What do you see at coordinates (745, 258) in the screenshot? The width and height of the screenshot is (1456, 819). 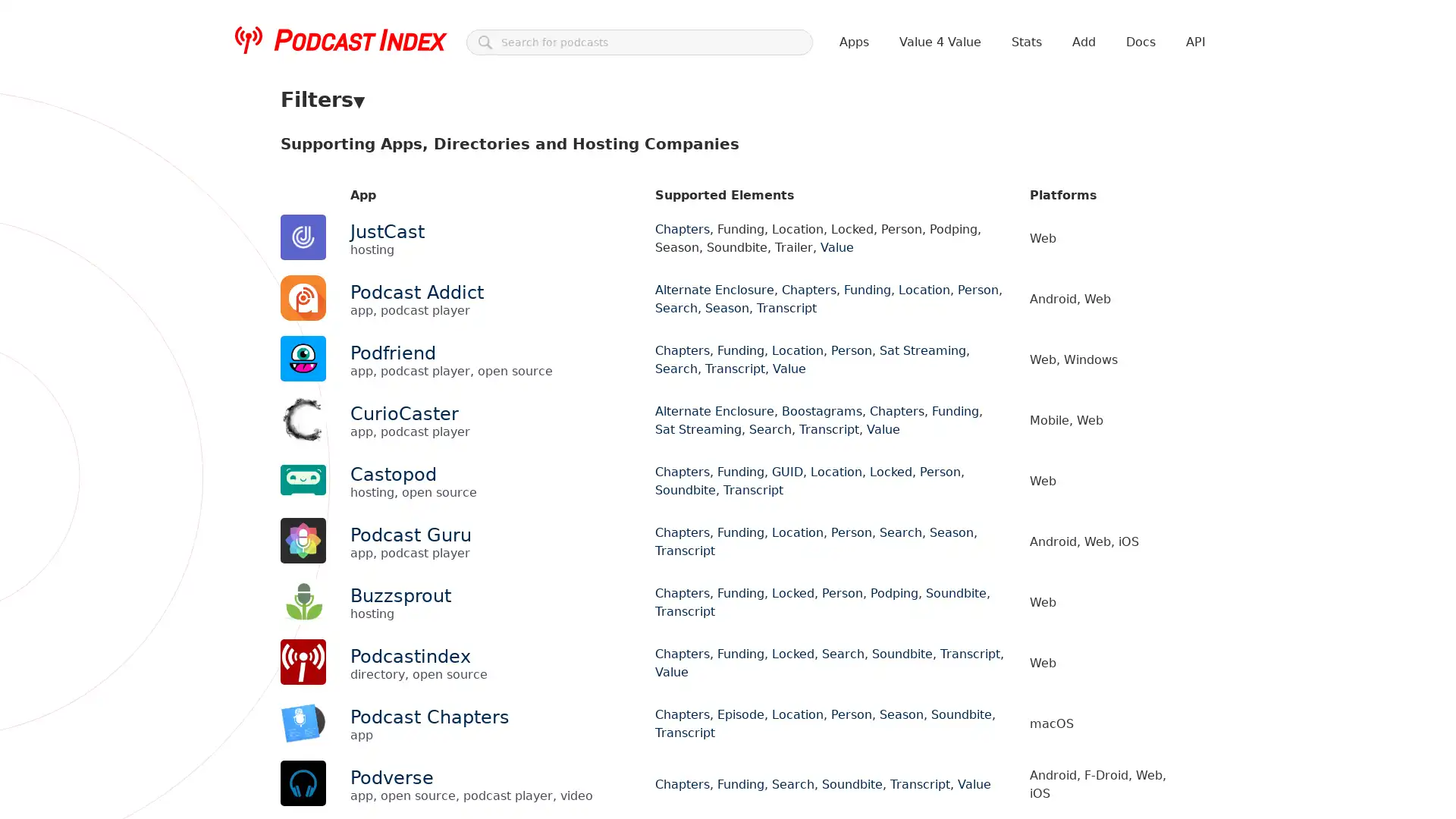 I see `Value` at bounding box center [745, 258].